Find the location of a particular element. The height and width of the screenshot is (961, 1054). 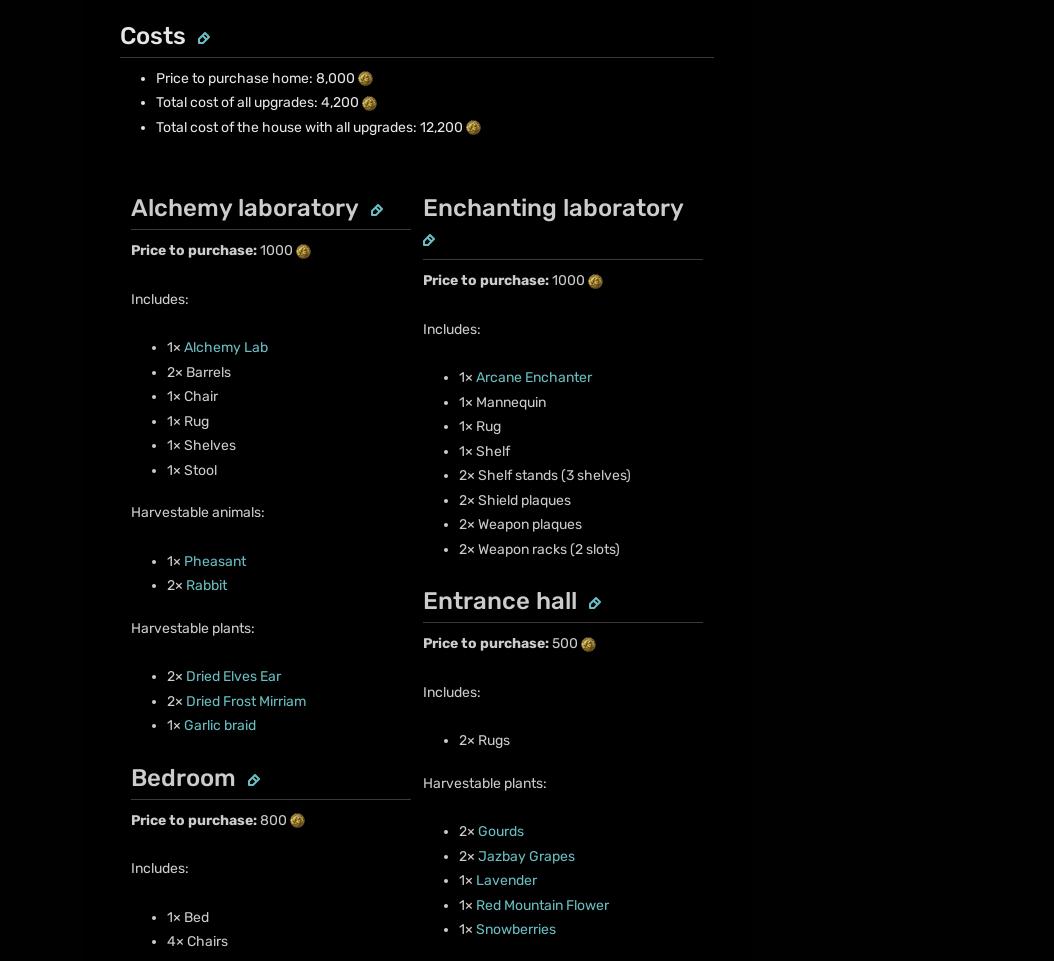

'What is Fandom?' is located at coordinates (137, 312).